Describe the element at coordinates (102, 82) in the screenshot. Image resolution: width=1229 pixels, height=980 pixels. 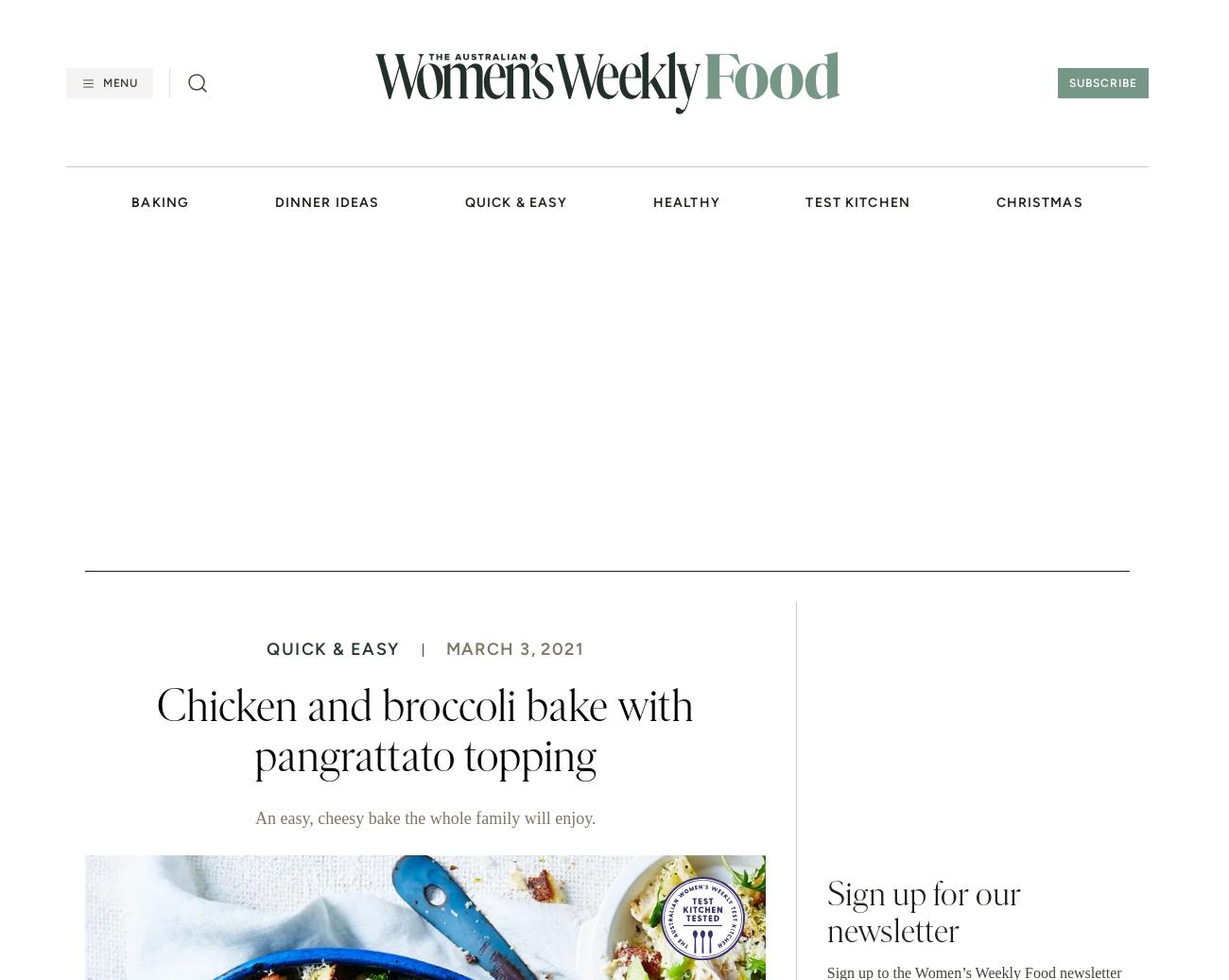
I see `'Menu'` at that location.